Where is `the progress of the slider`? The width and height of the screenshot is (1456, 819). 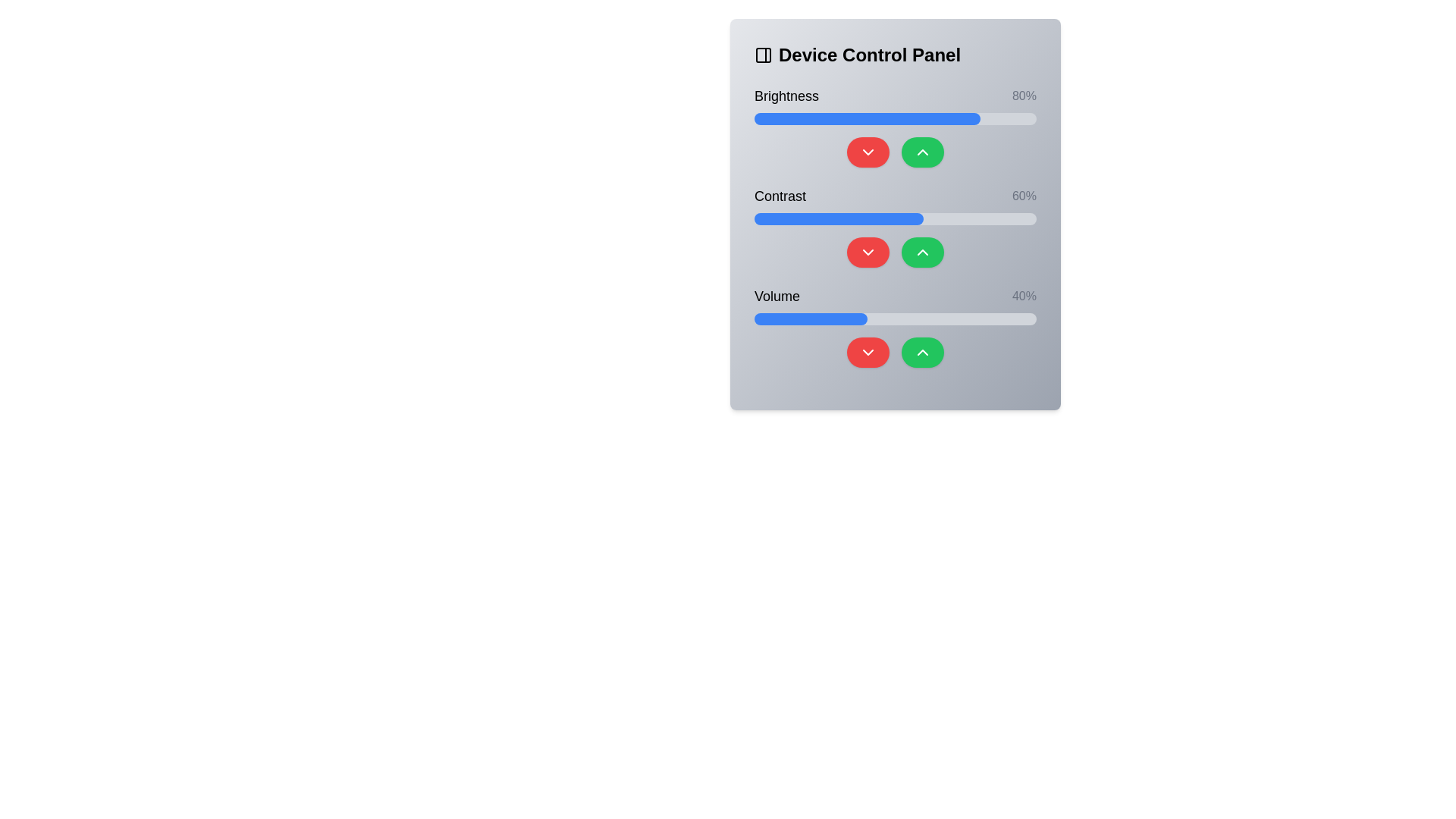
the progress of the slider is located at coordinates (1016, 318).